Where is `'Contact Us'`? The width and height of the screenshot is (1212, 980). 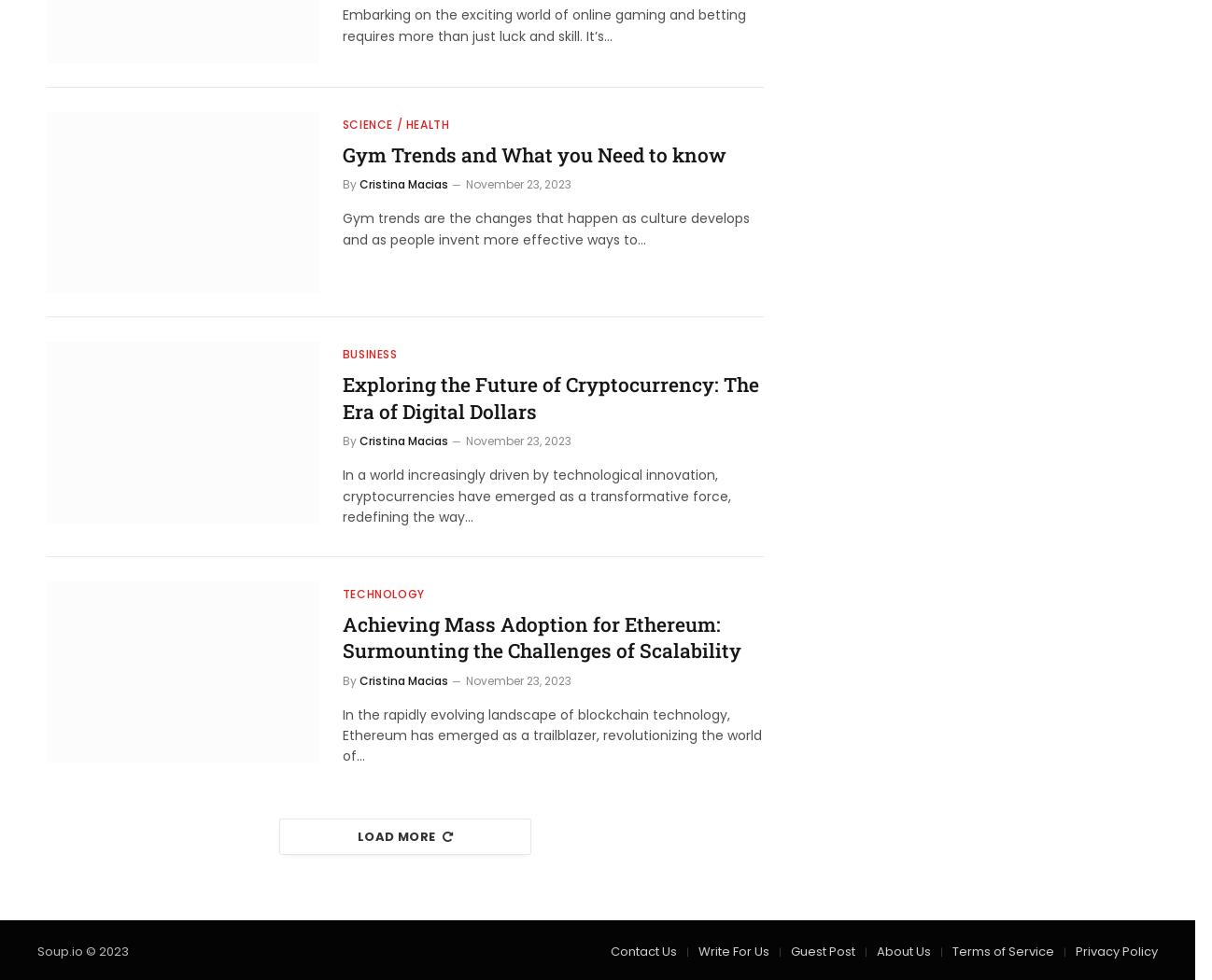
'Contact Us' is located at coordinates (642, 949).